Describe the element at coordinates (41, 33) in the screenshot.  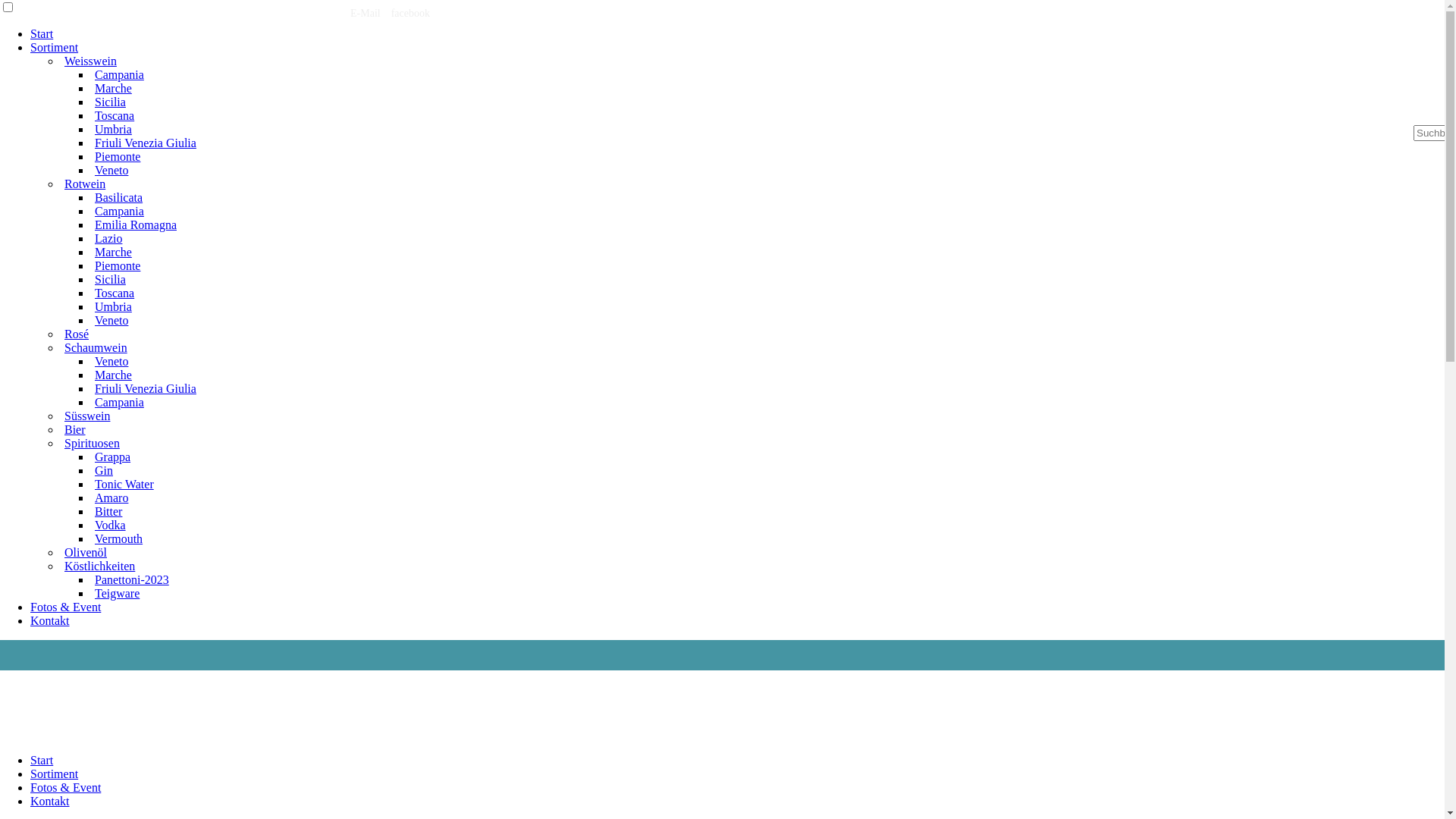
I see `'Start'` at that location.